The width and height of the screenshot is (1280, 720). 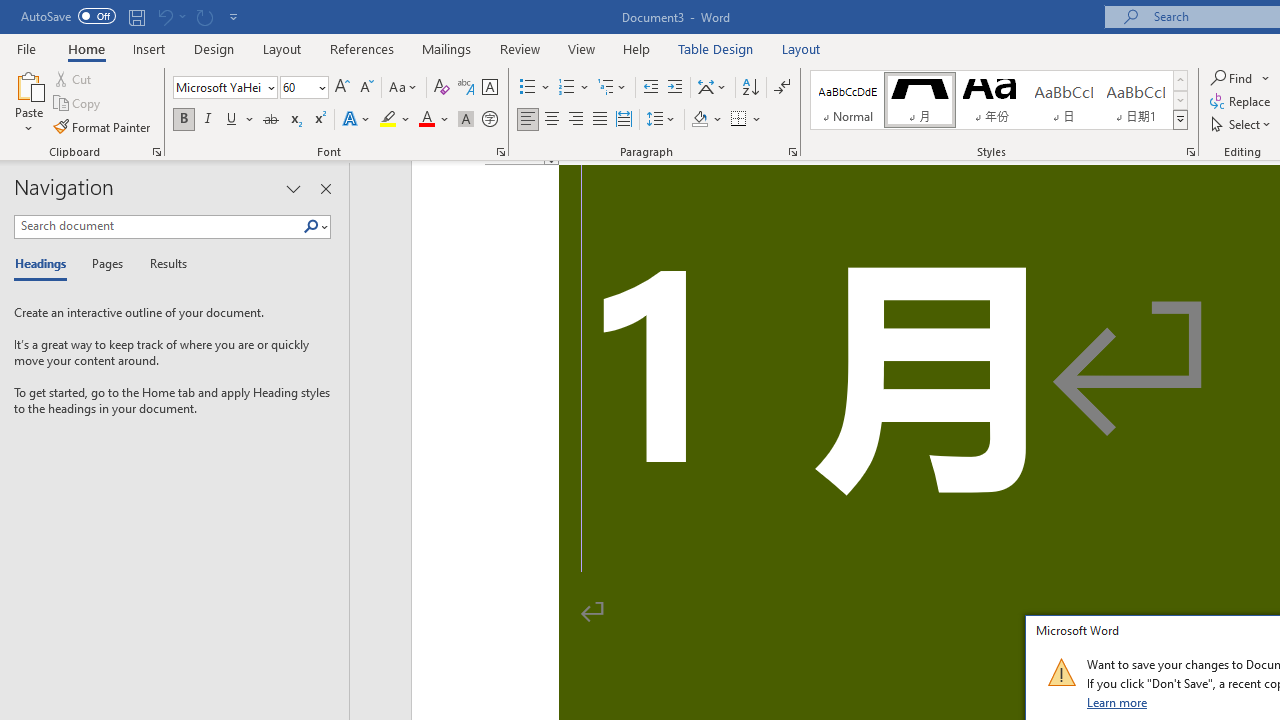 What do you see at coordinates (232, 119) in the screenshot?
I see `'Underline'` at bounding box center [232, 119].